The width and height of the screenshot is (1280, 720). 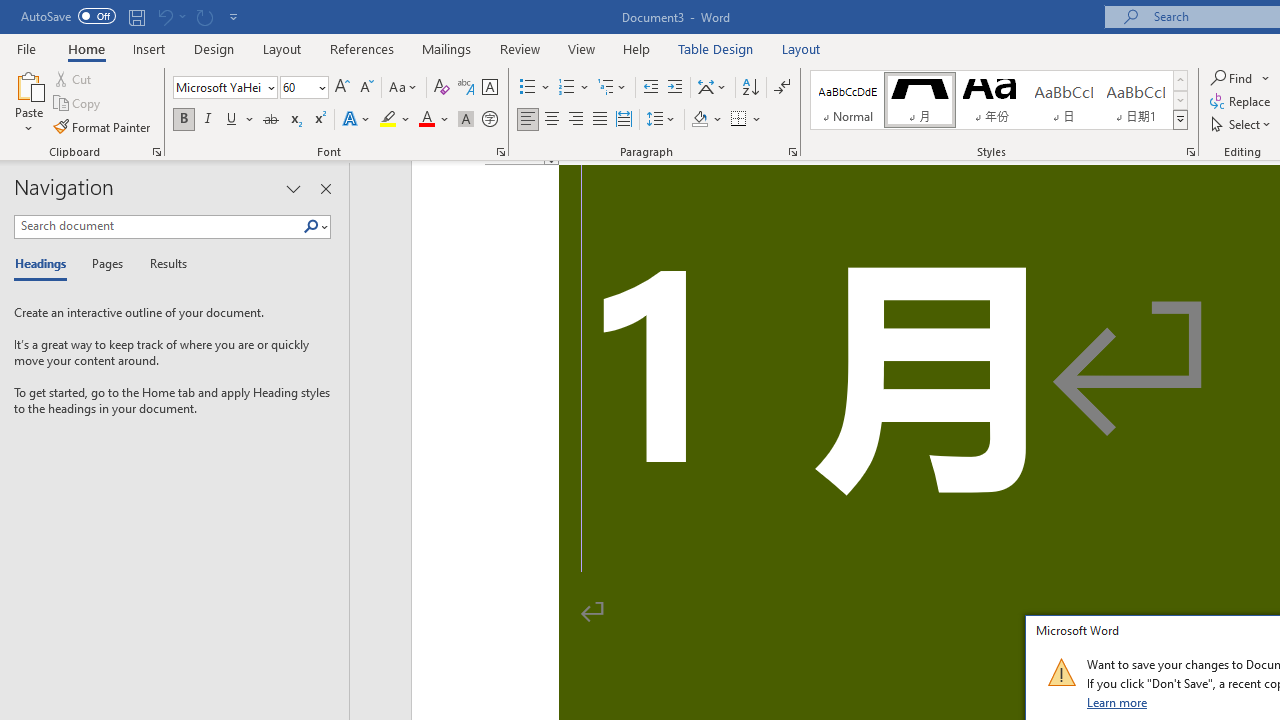 What do you see at coordinates (232, 119) in the screenshot?
I see `'Underline'` at bounding box center [232, 119].